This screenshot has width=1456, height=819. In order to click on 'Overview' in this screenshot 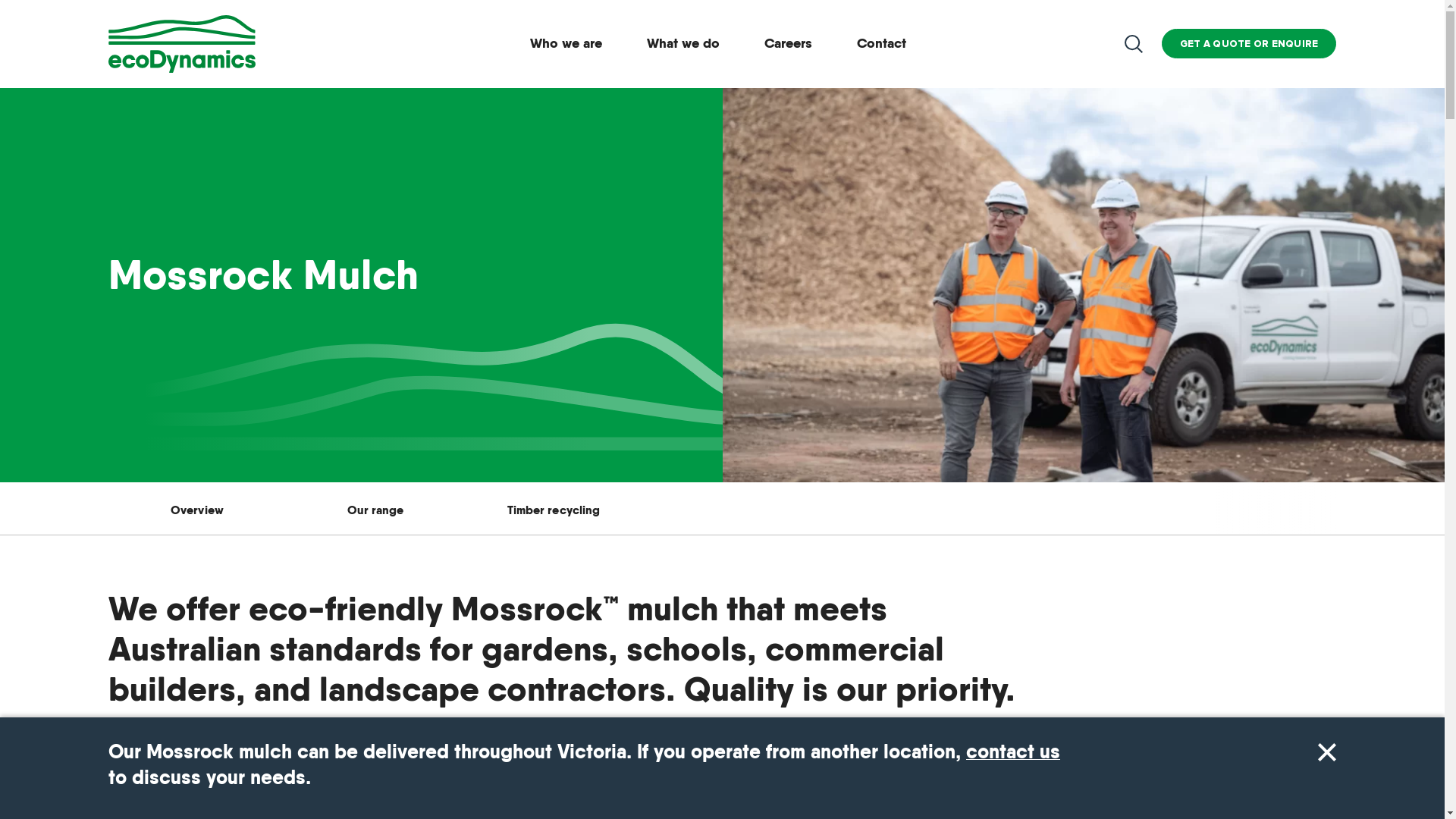, I will do `click(196, 509)`.